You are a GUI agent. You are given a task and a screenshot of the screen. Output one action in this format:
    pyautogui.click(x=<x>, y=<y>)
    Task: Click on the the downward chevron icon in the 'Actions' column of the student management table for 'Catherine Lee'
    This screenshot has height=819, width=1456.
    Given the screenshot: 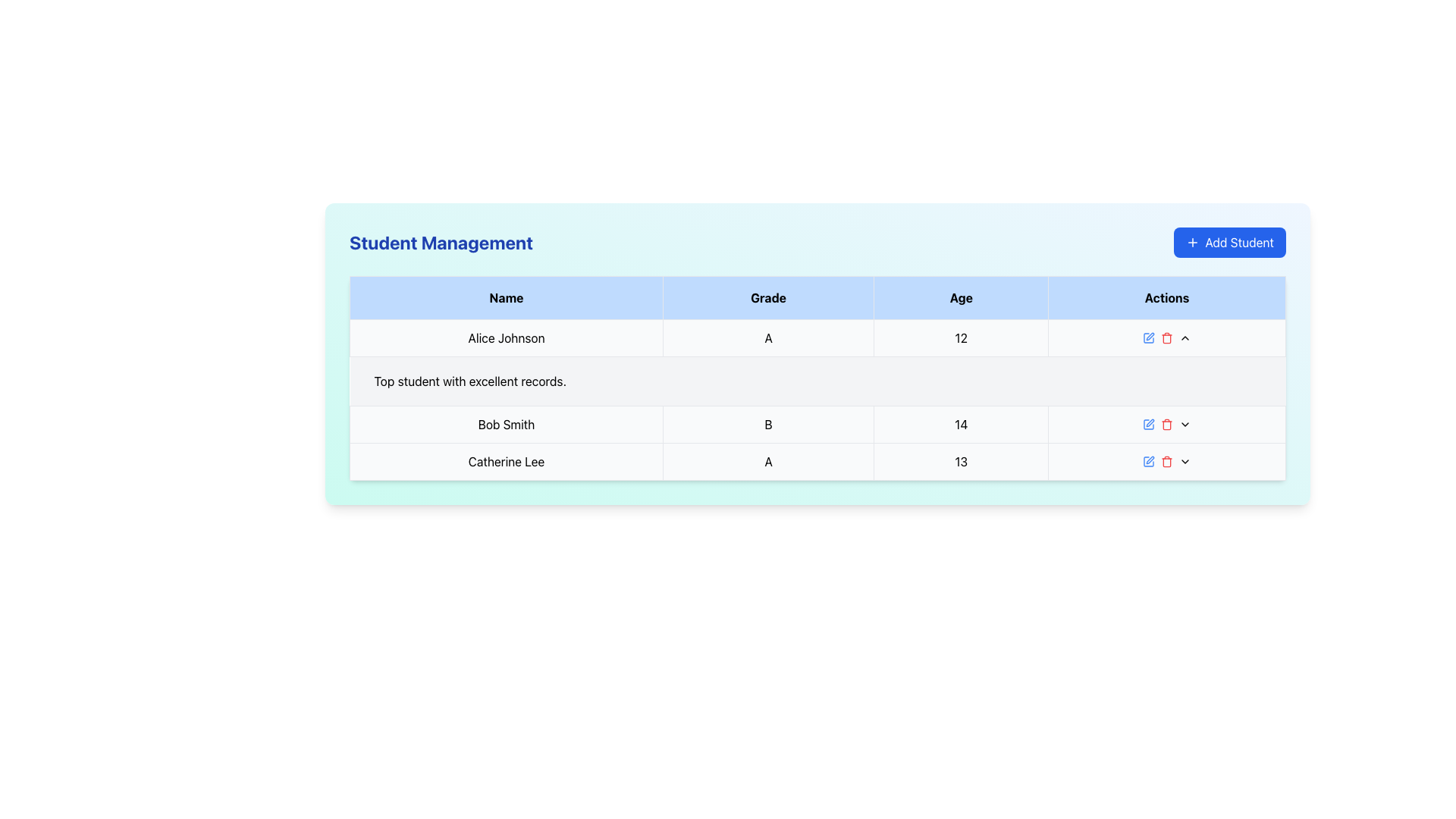 What is the action you would take?
    pyautogui.click(x=1185, y=461)
    